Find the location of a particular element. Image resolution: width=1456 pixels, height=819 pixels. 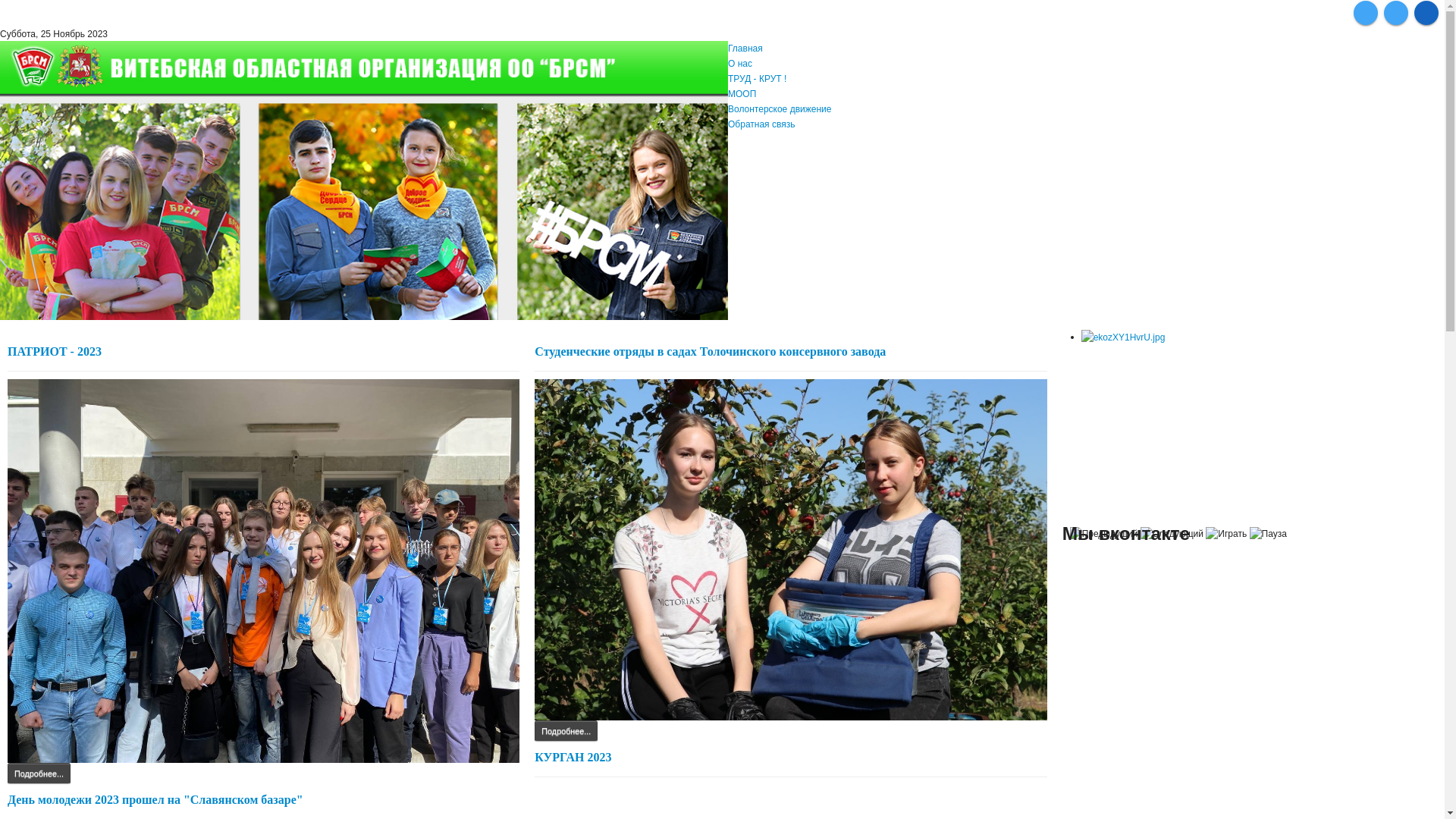

'Twitter' is located at coordinates (1395, 12).